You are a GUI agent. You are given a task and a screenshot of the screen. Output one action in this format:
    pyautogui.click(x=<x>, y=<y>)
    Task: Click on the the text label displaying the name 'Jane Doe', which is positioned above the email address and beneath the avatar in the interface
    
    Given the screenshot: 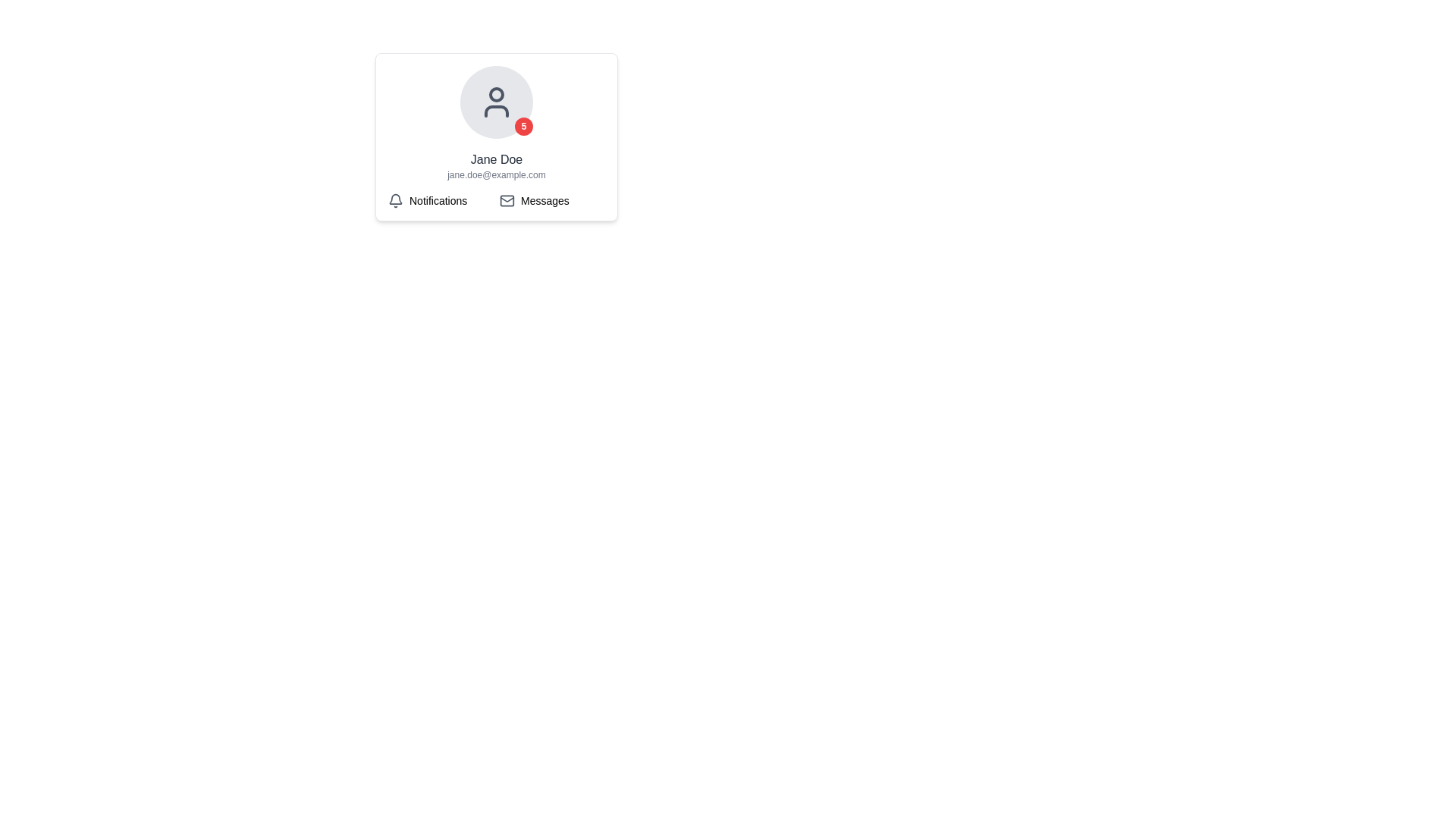 What is the action you would take?
    pyautogui.click(x=496, y=160)
    